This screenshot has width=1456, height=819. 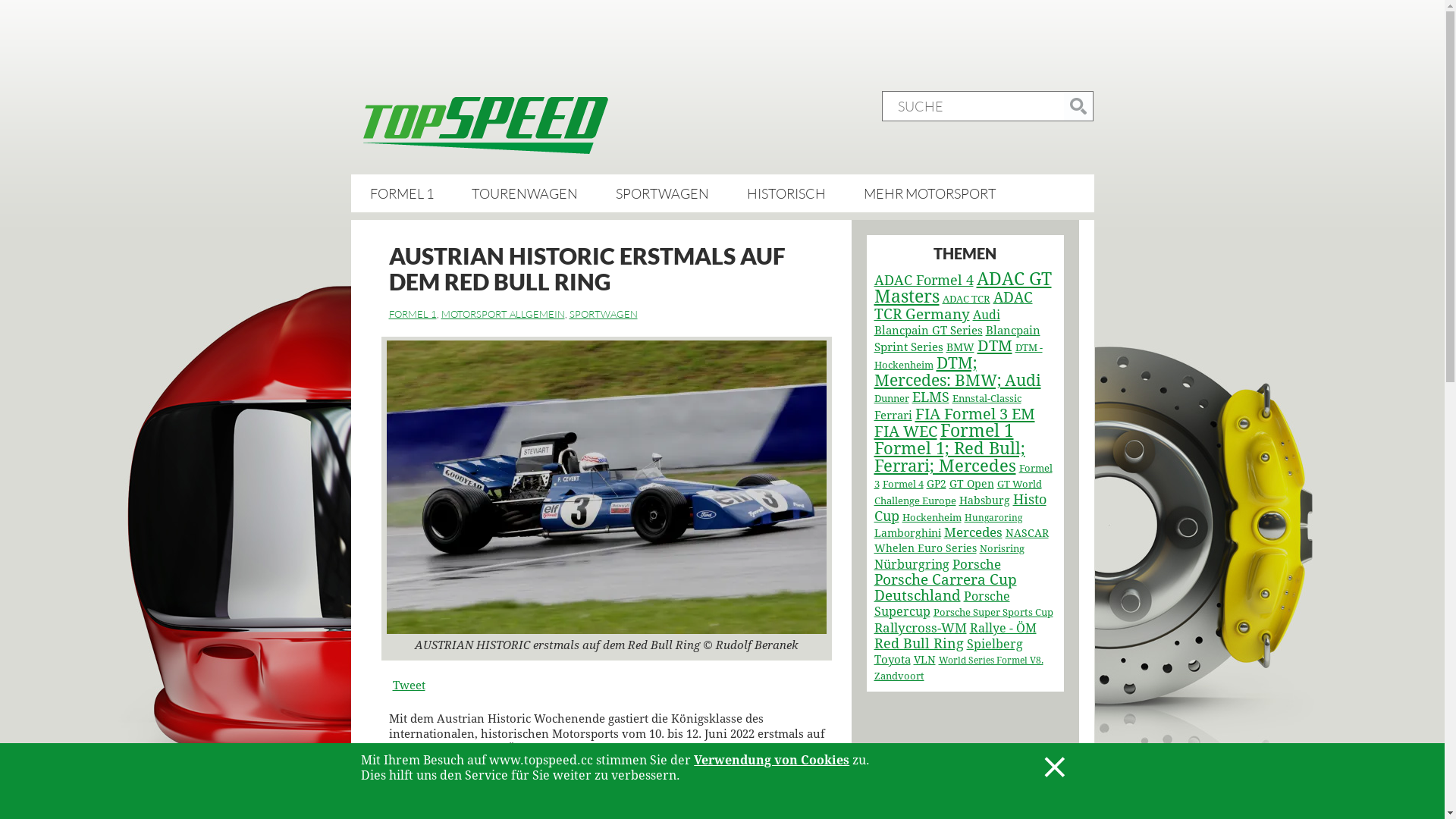 What do you see at coordinates (912, 659) in the screenshot?
I see `'VLN'` at bounding box center [912, 659].